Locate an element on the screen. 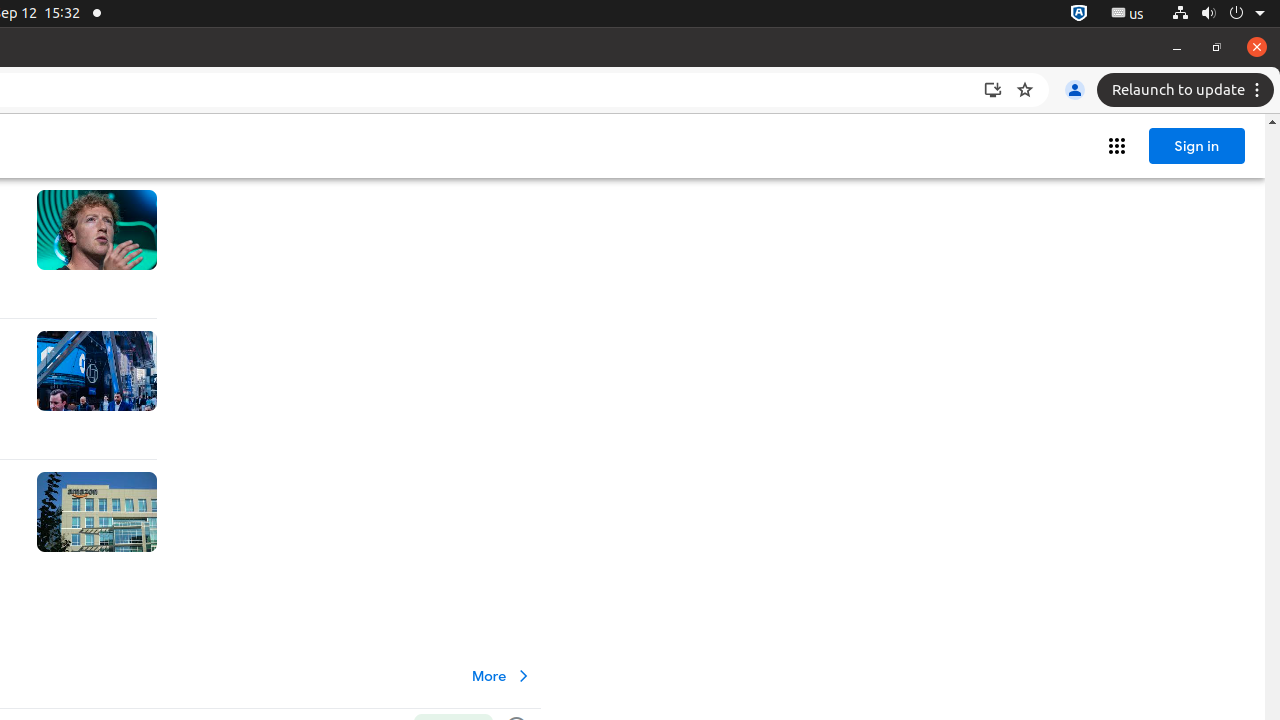  'Relaunch to update' is located at coordinates (1188, 90).